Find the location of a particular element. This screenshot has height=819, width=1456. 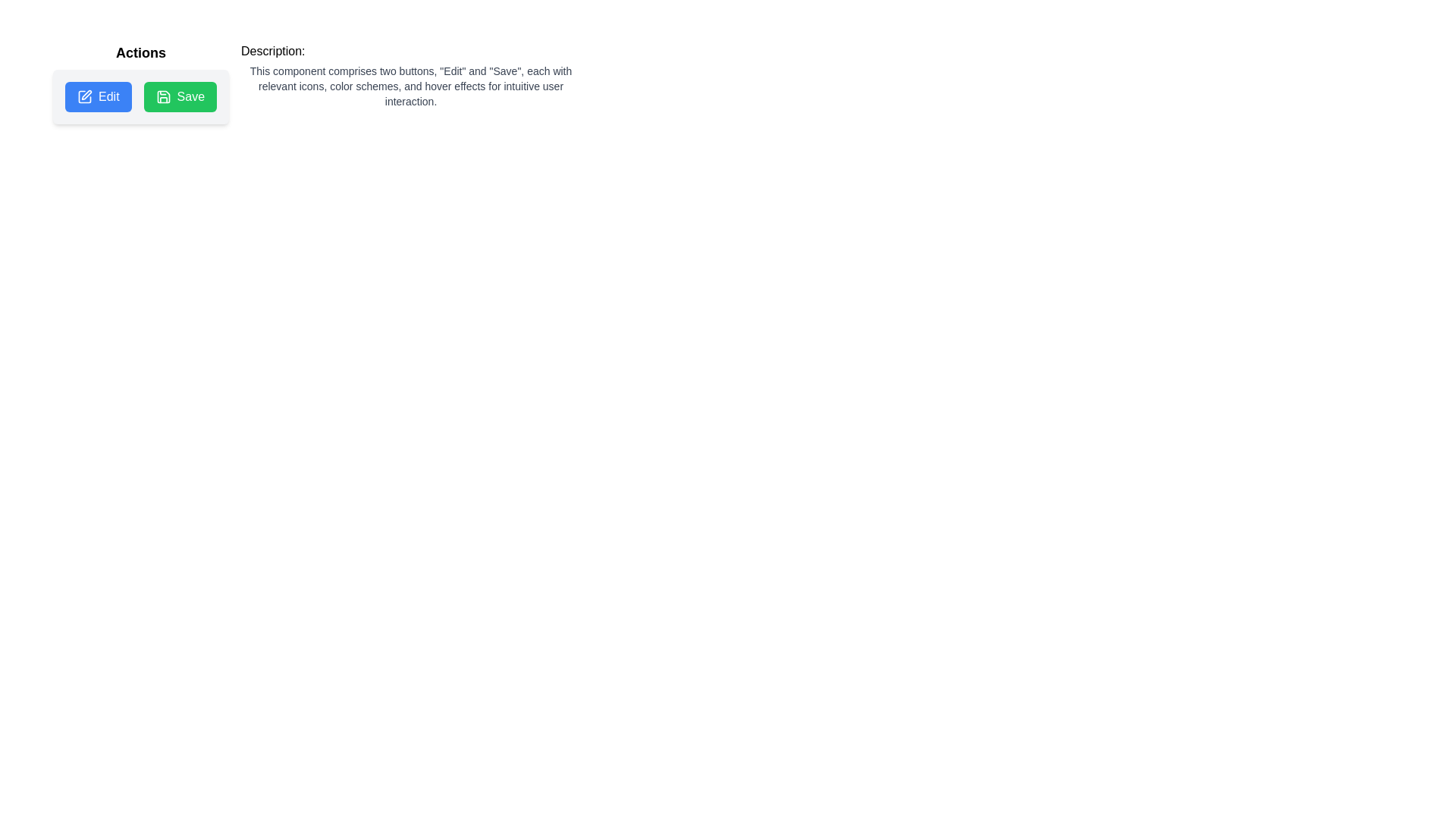

the 'Edit' button, which is a blue rectangular button with rounded corners, displaying white text and a pen icon, to observe its hover effects is located at coordinates (97, 96).